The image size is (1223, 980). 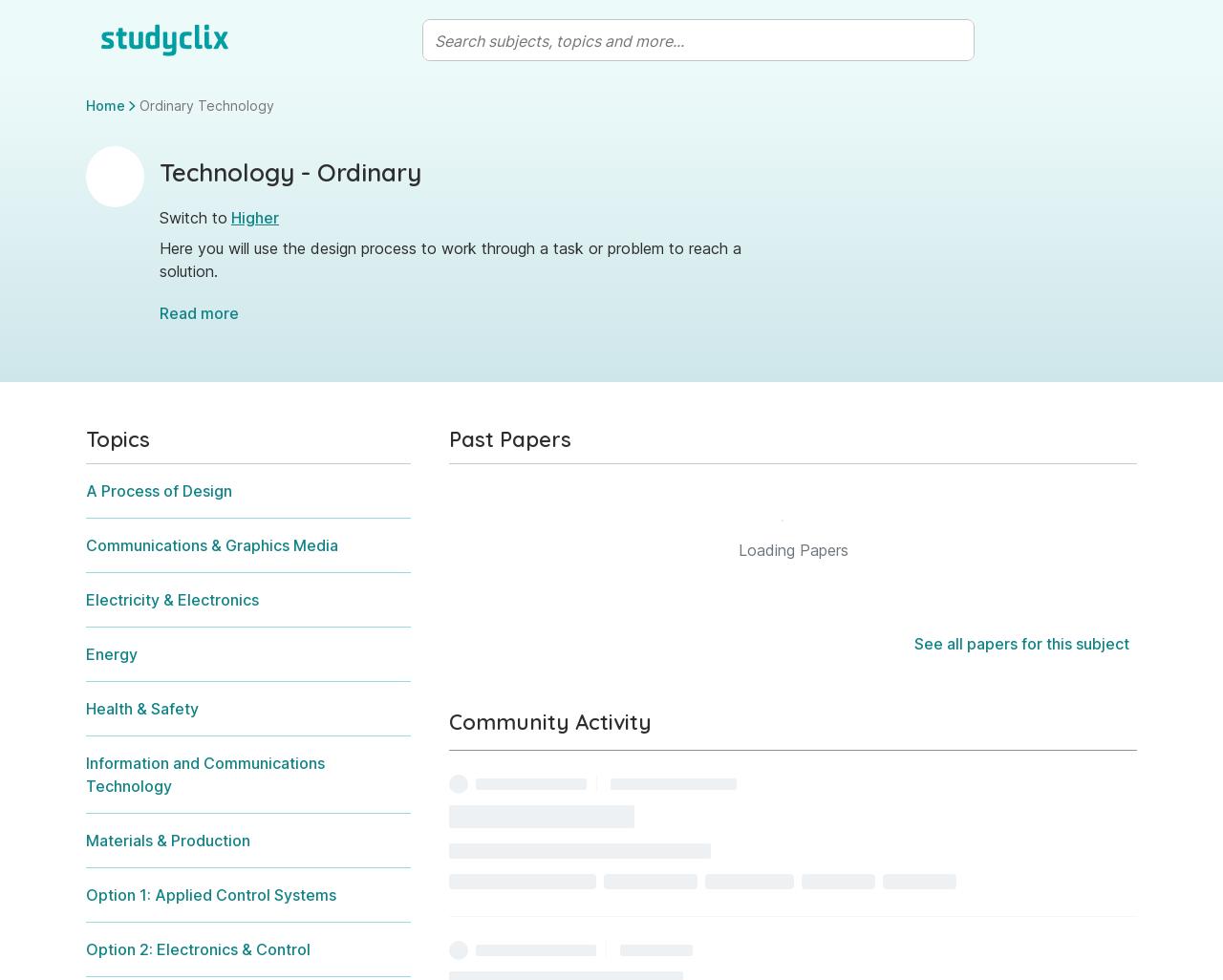 What do you see at coordinates (365, 649) in the screenshot?
I see `'The Science behind Studyclix'` at bounding box center [365, 649].